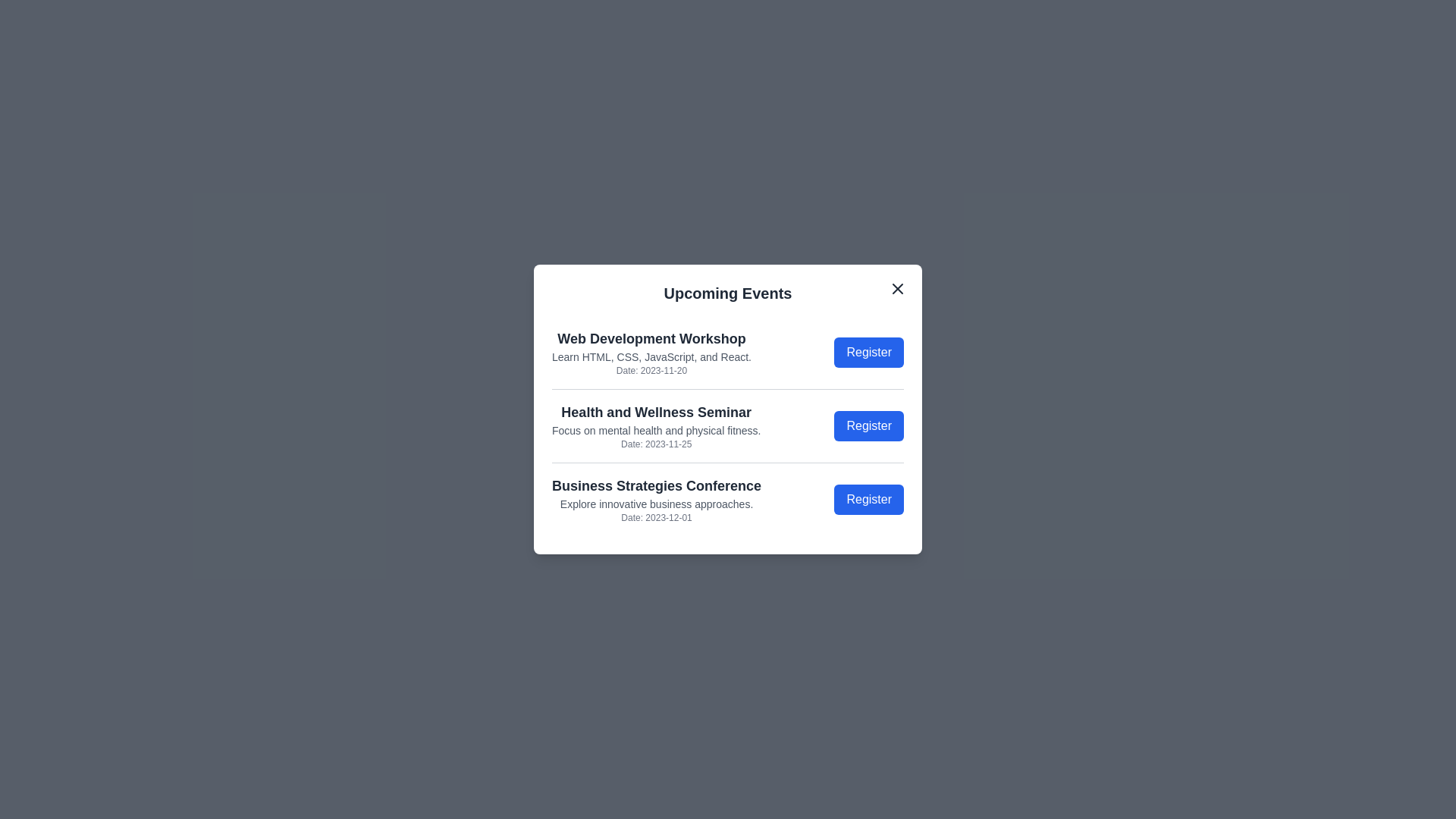 The image size is (1456, 819). I want to click on the details of the selected event: Web Development Workshop, so click(651, 353).